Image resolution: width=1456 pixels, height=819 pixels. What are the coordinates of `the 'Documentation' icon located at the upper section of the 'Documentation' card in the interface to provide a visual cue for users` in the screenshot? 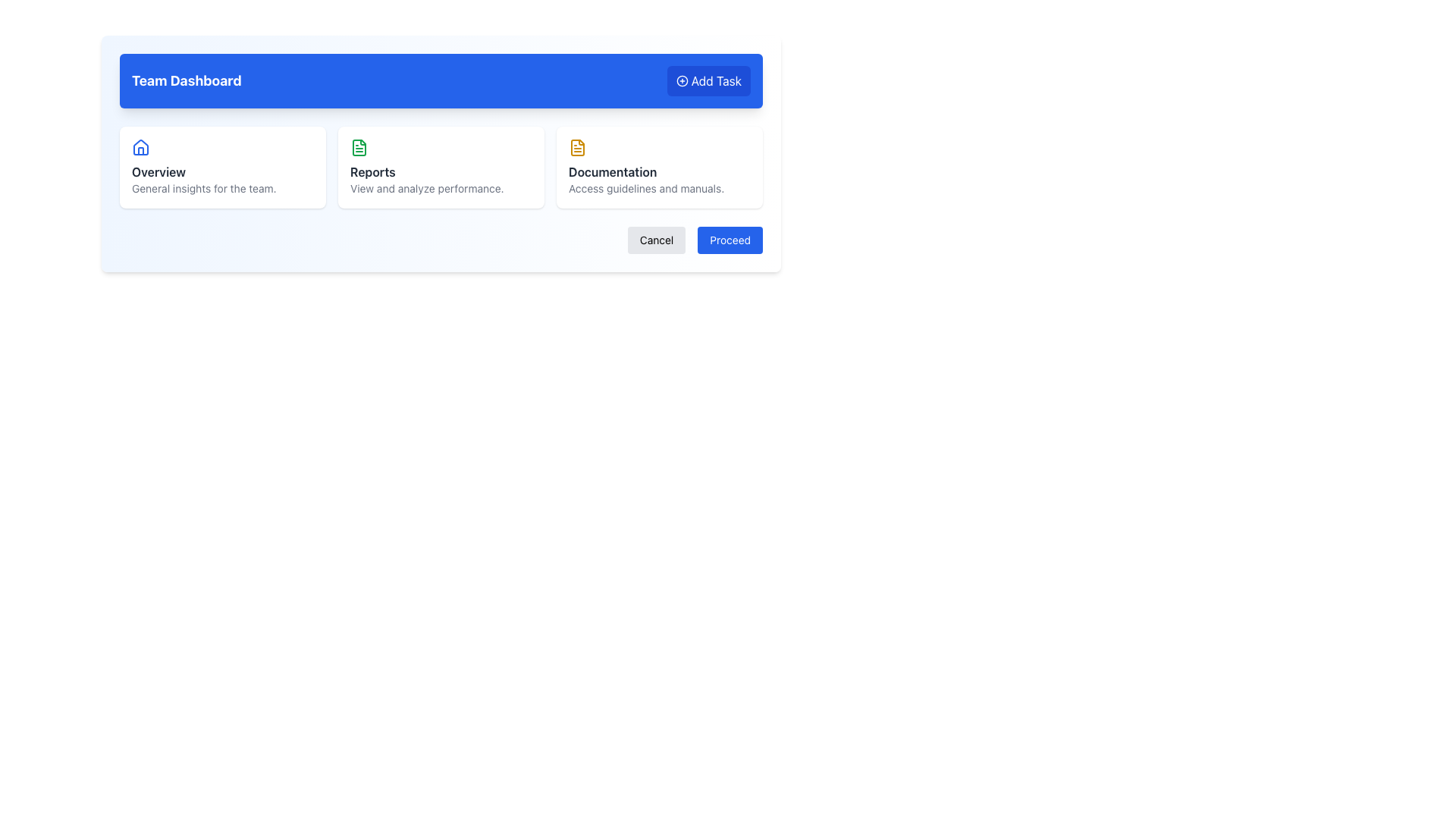 It's located at (577, 148).